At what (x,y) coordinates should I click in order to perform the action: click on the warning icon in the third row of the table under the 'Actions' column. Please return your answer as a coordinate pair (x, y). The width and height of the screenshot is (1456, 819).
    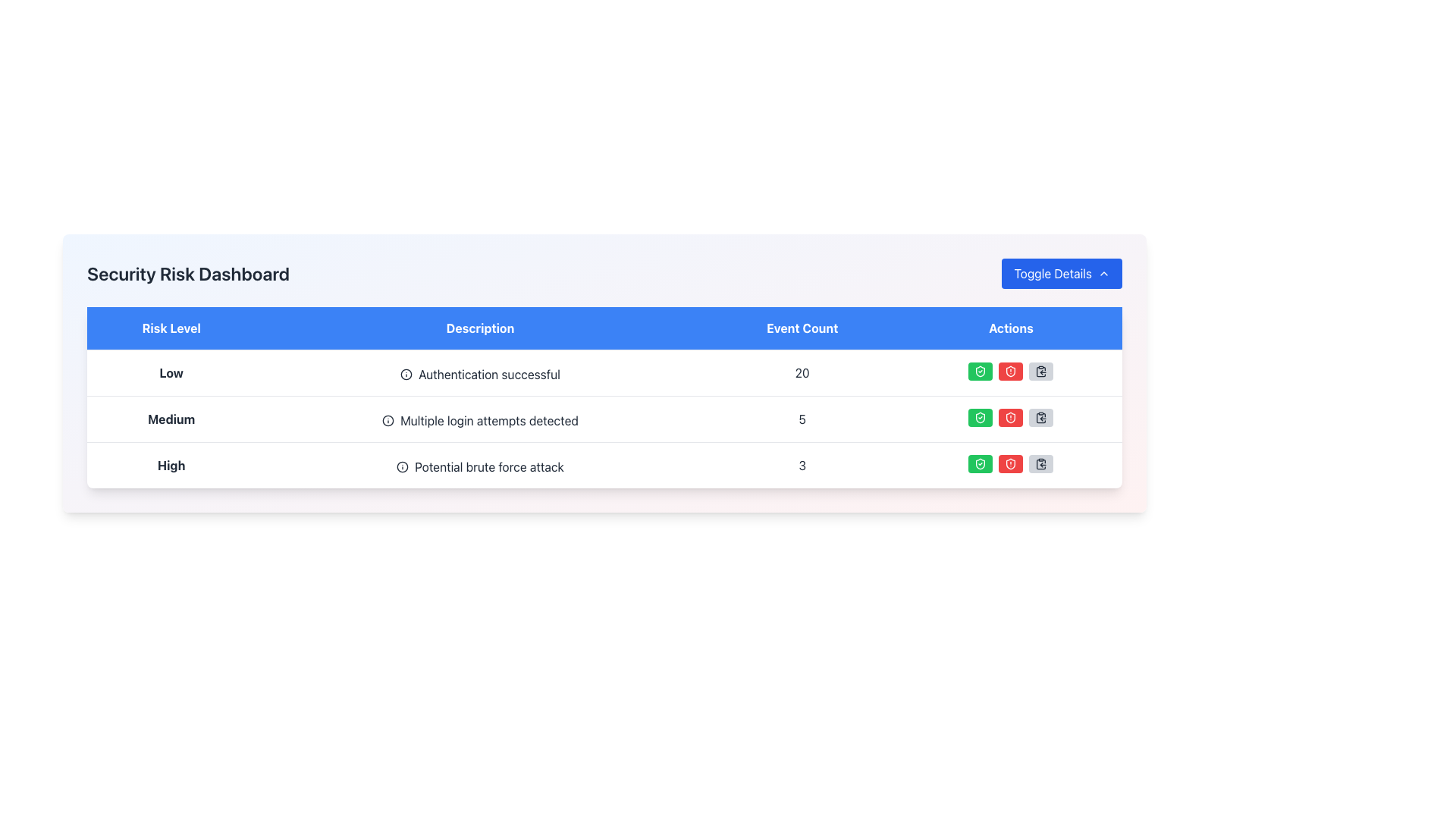
    Looking at the image, I should click on (1011, 463).